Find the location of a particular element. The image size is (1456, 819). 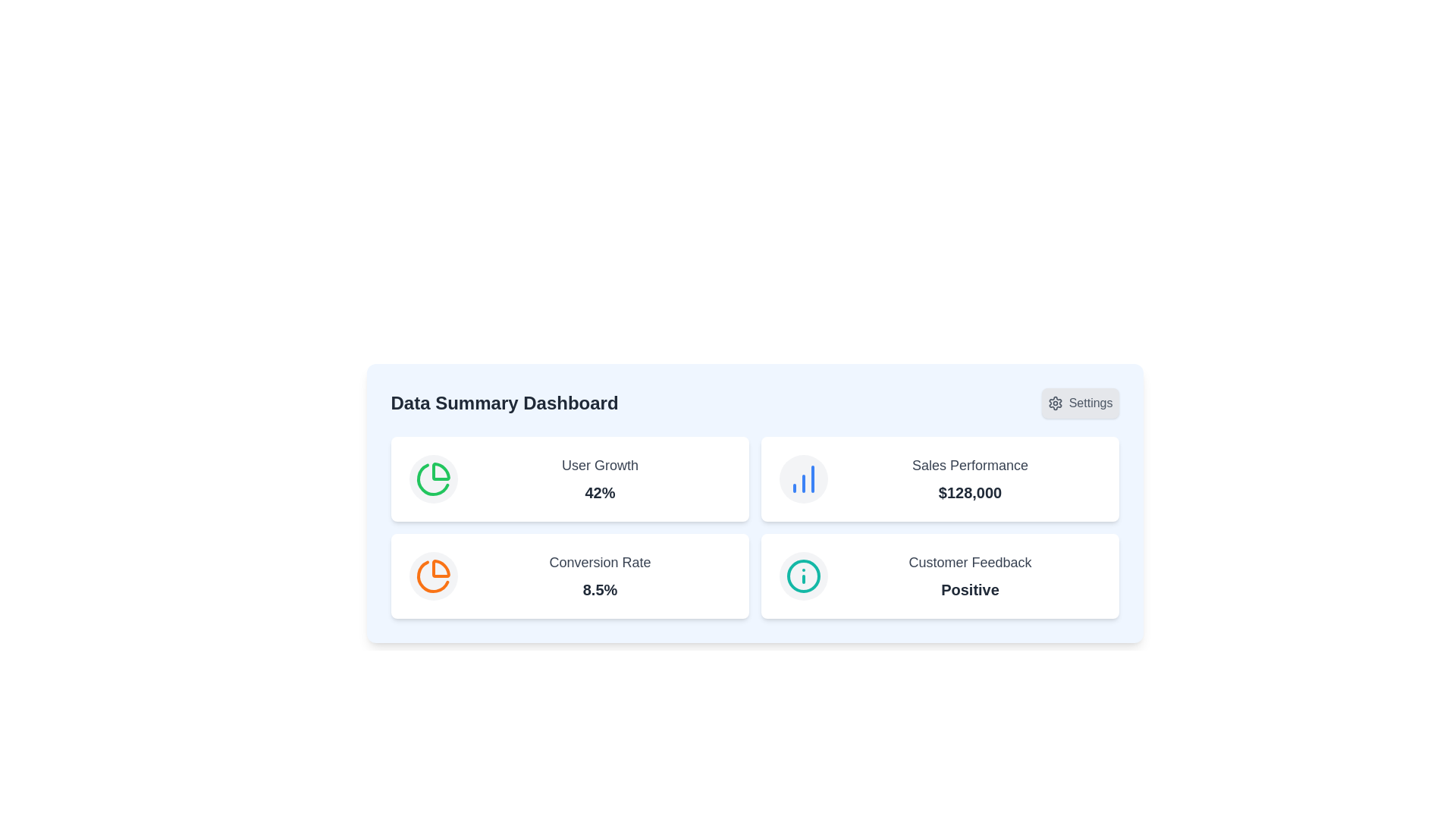

the static text label displaying the word 'Positive' in bold, extra-large dark gray font, located below 'Customer Feedback' in the bottom-right quadrant of the dashboard is located at coordinates (969, 589).